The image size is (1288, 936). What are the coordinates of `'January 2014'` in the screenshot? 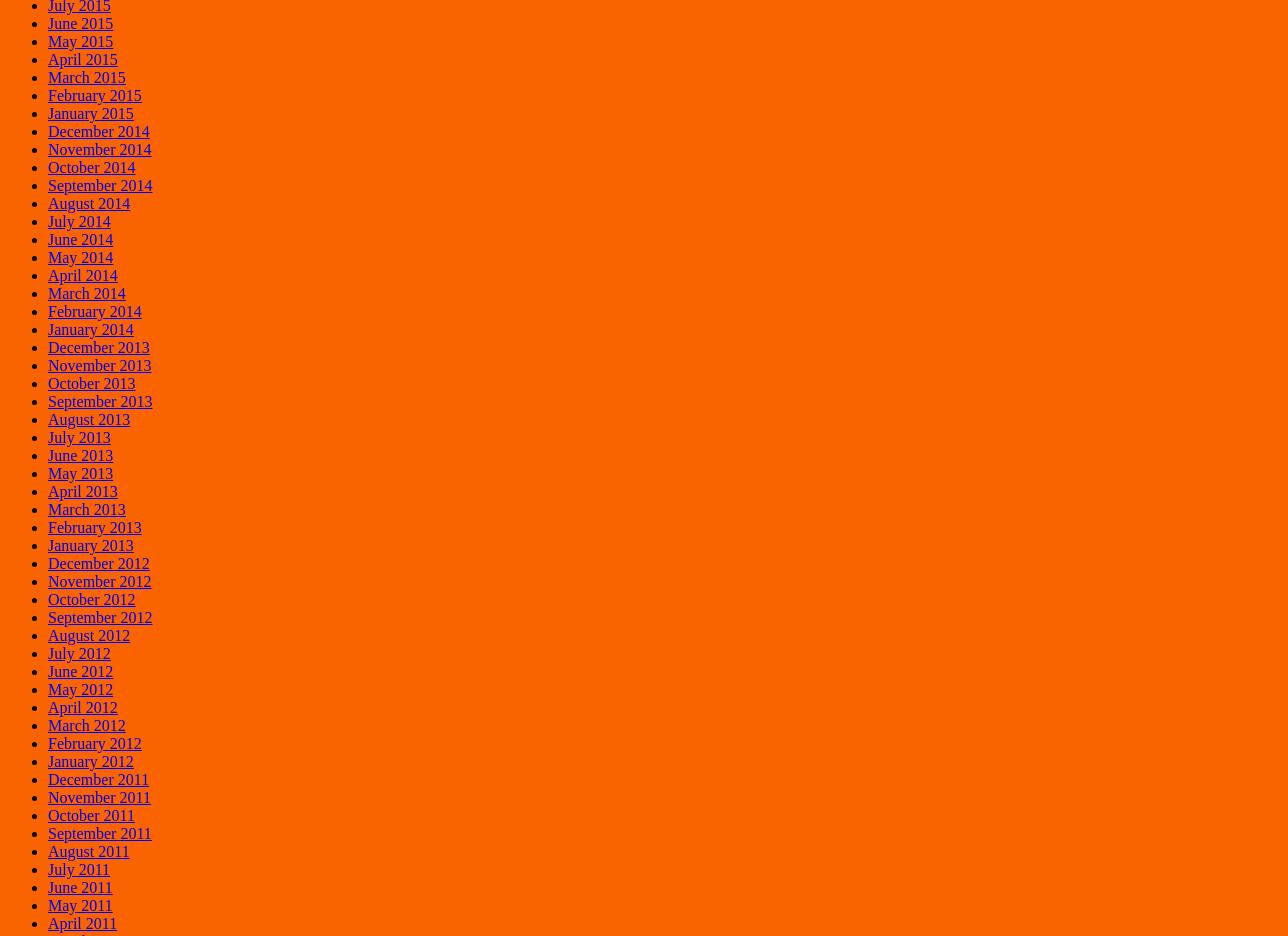 It's located at (89, 327).